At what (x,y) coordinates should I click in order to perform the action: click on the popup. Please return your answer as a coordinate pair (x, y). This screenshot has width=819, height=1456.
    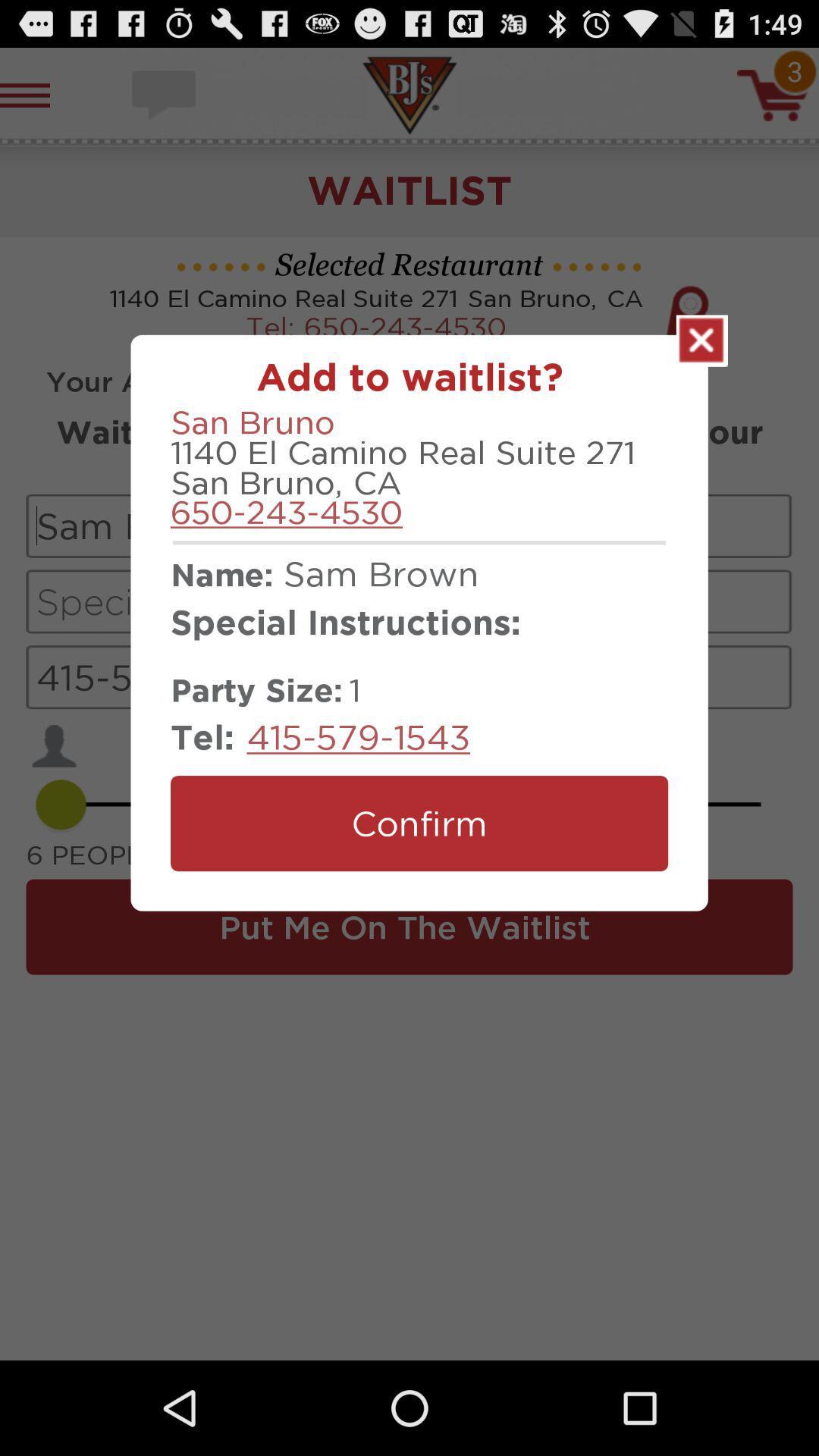
    Looking at the image, I should click on (701, 340).